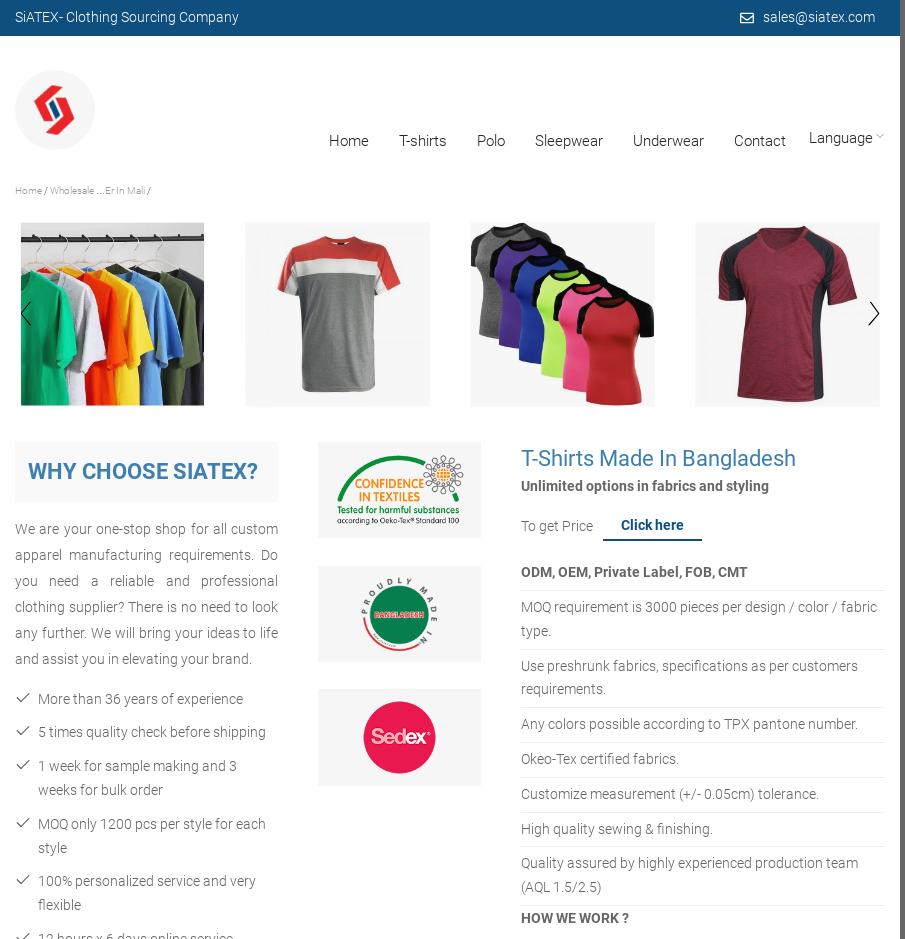 The width and height of the screenshot is (905, 939). Describe the element at coordinates (152, 732) in the screenshot. I see `'5 times quality check before shipping'` at that location.